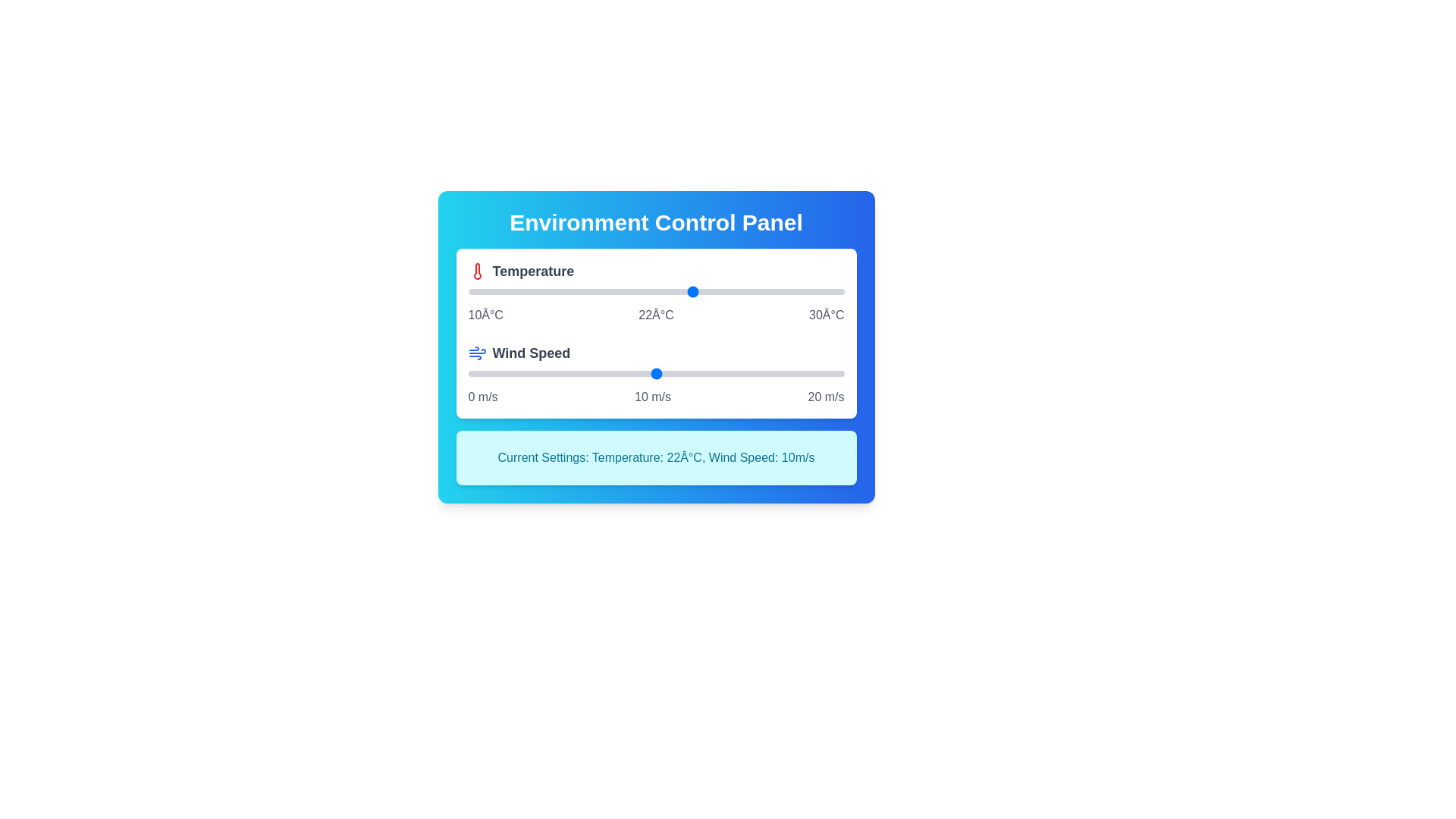  Describe the element at coordinates (487, 292) in the screenshot. I see `the temperature slider to 11°C` at that location.